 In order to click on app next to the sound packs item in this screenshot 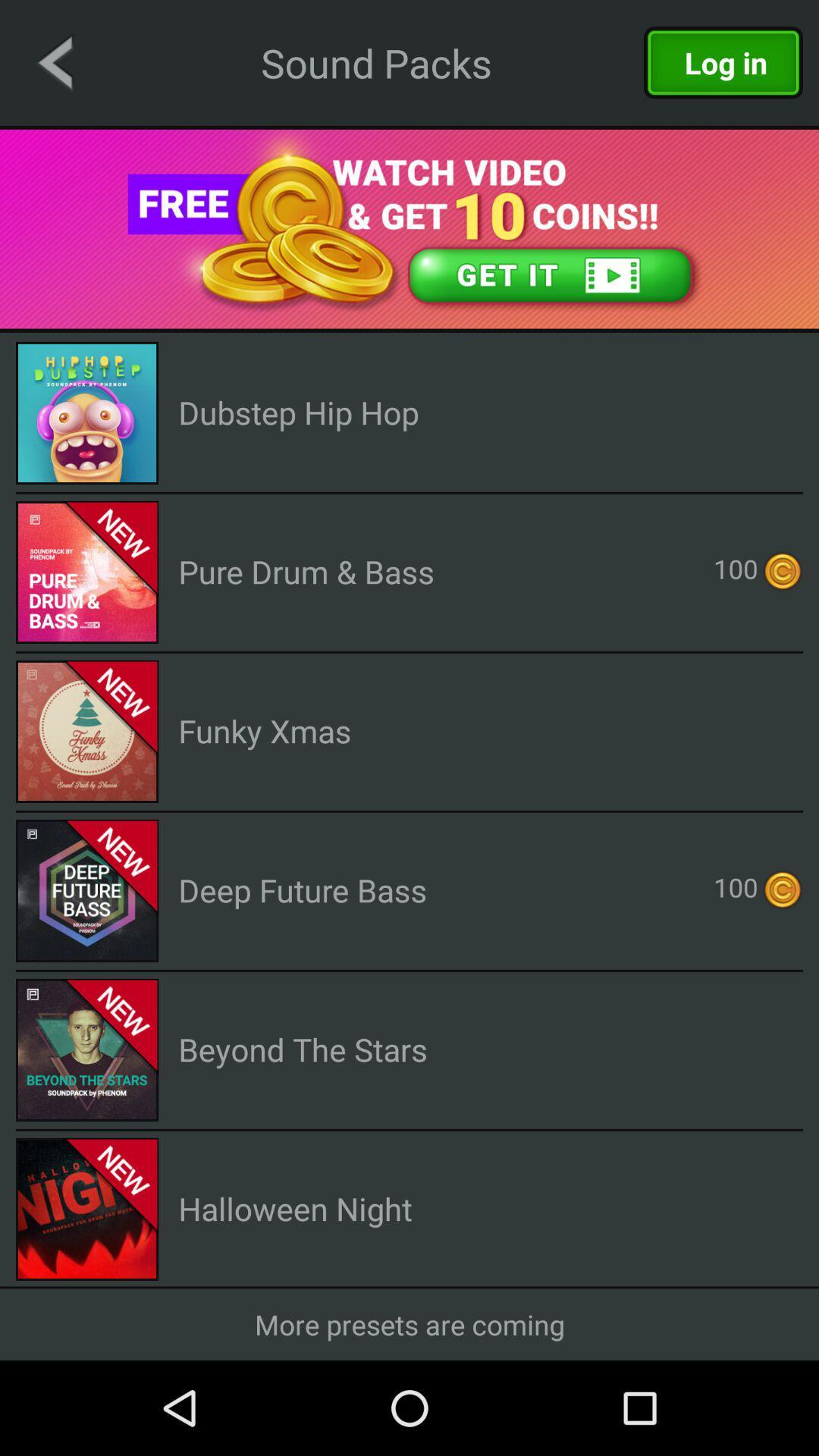, I will do `click(54, 61)`.